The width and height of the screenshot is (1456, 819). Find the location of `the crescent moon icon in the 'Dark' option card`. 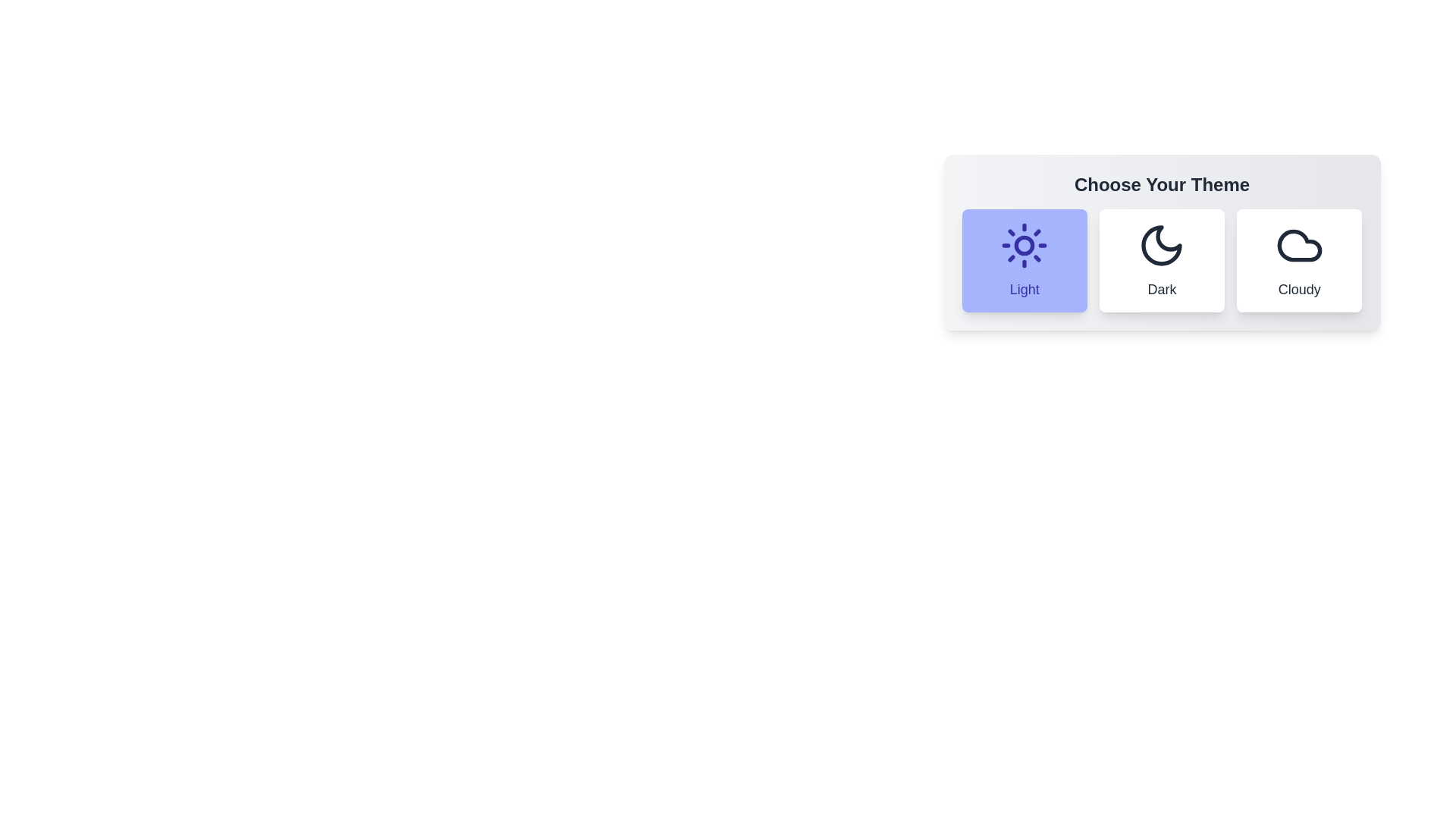

the crescent moon icon in the 'Dark' option card is located at coordinates (1161, 245).